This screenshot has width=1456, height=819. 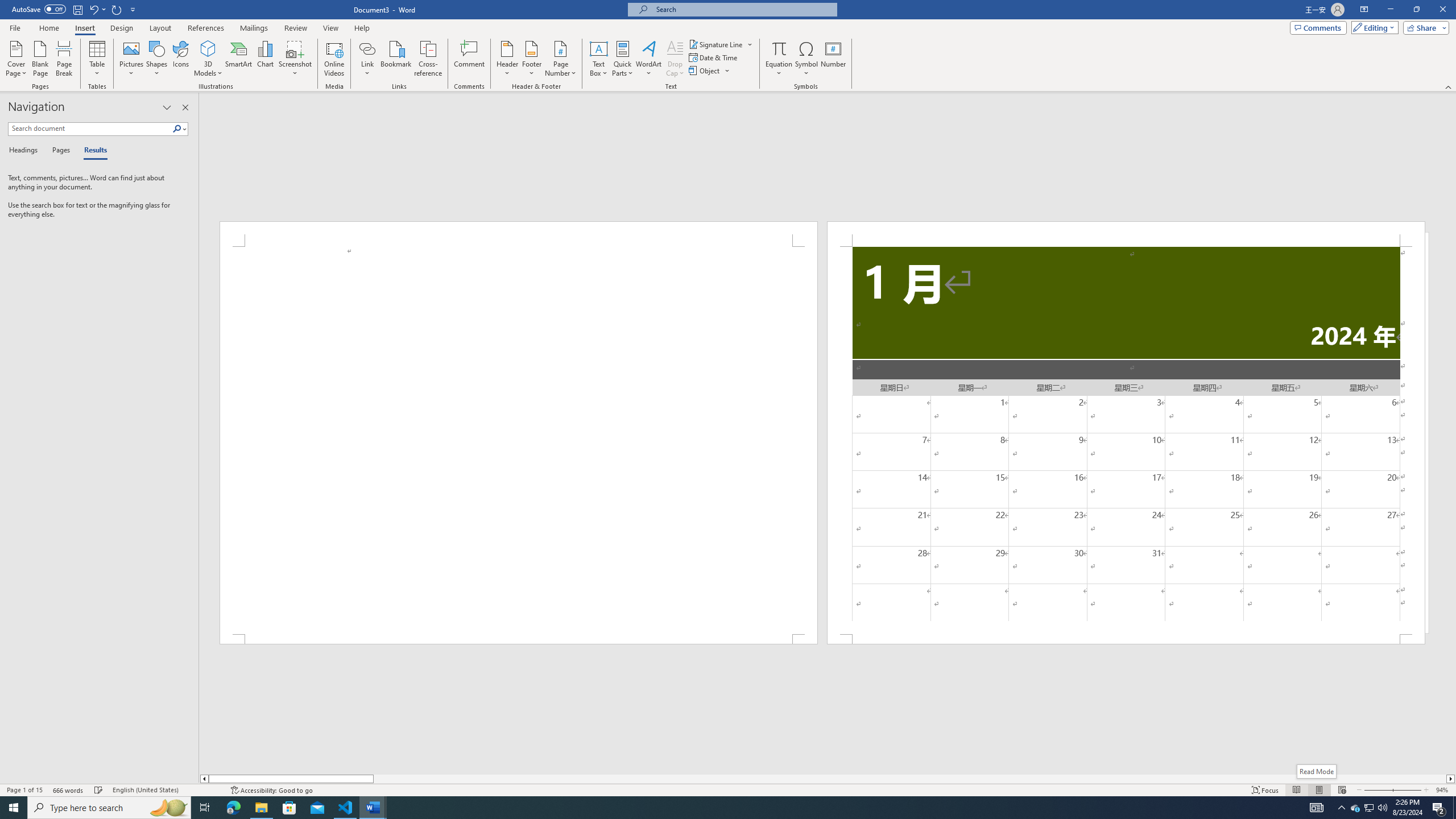 I want to click on 'Equation', so click(x=779, y=48).